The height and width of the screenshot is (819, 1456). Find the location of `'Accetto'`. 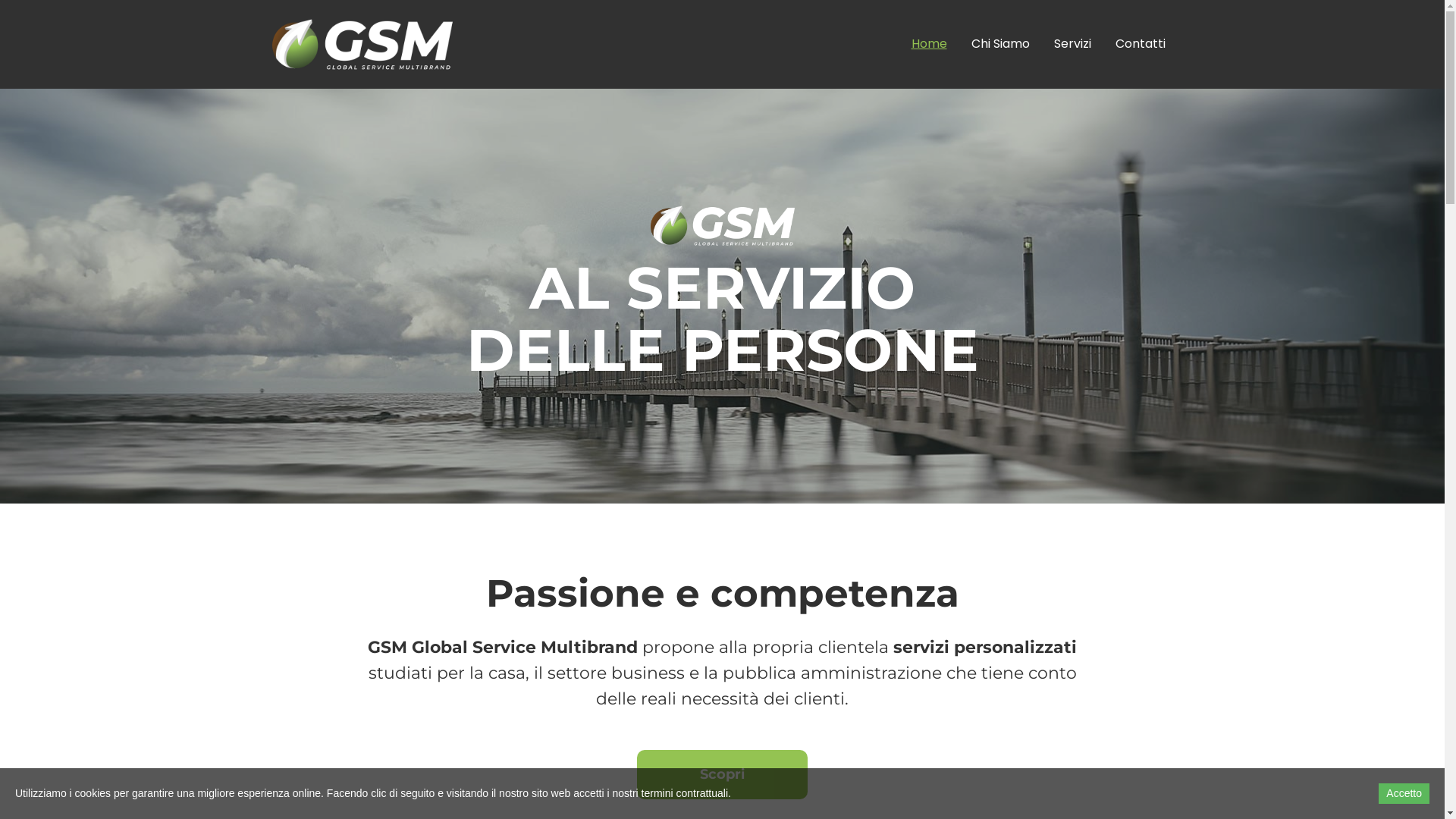

'Accetto' is located at coordinates (1403, 792).